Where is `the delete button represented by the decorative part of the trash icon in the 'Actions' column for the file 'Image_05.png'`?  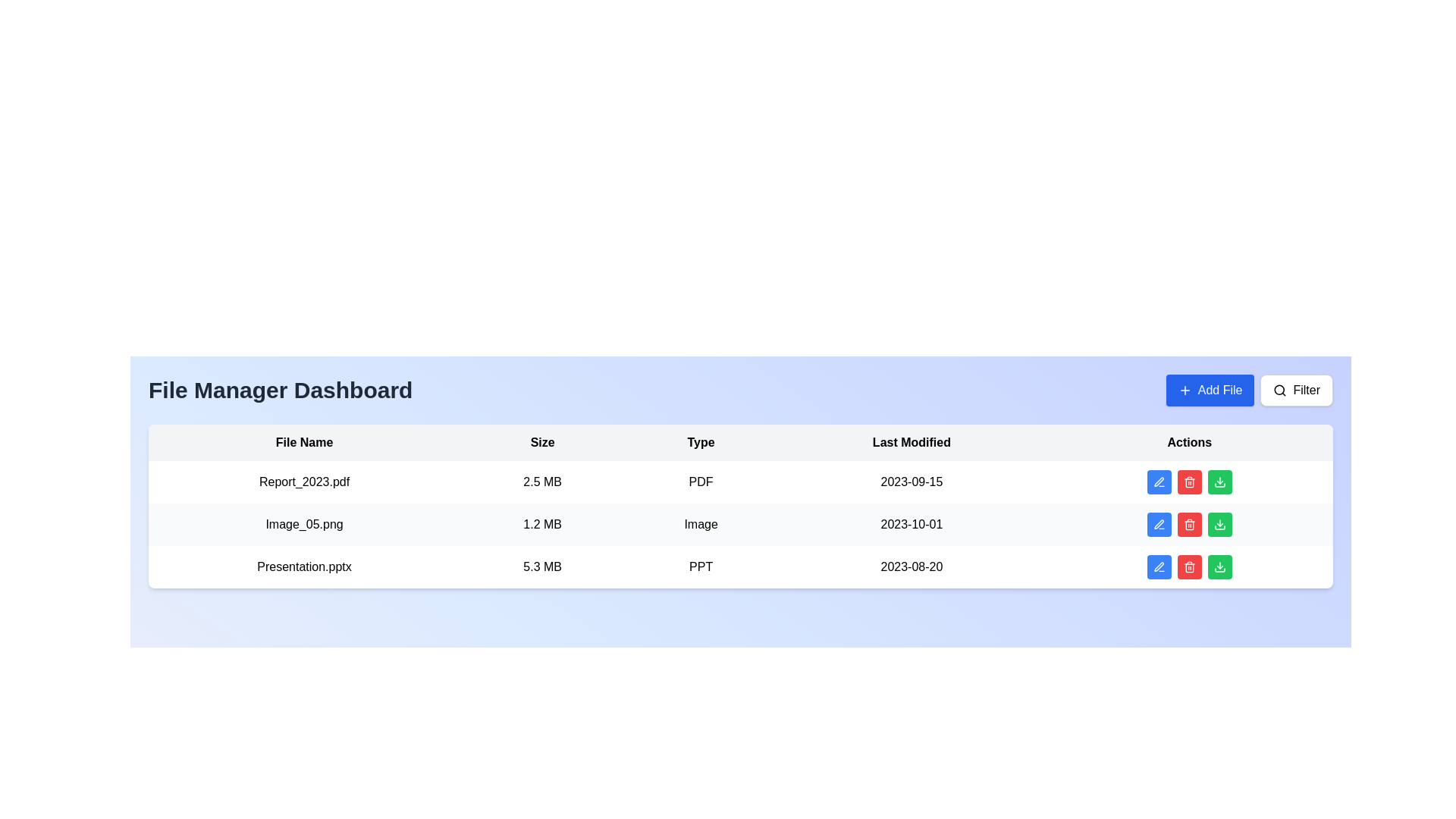 the delete button represented by the decorative part of the trash icon in the 'Actions' column for the file 'Image_05.png' is located at coordinates (1188, 525).